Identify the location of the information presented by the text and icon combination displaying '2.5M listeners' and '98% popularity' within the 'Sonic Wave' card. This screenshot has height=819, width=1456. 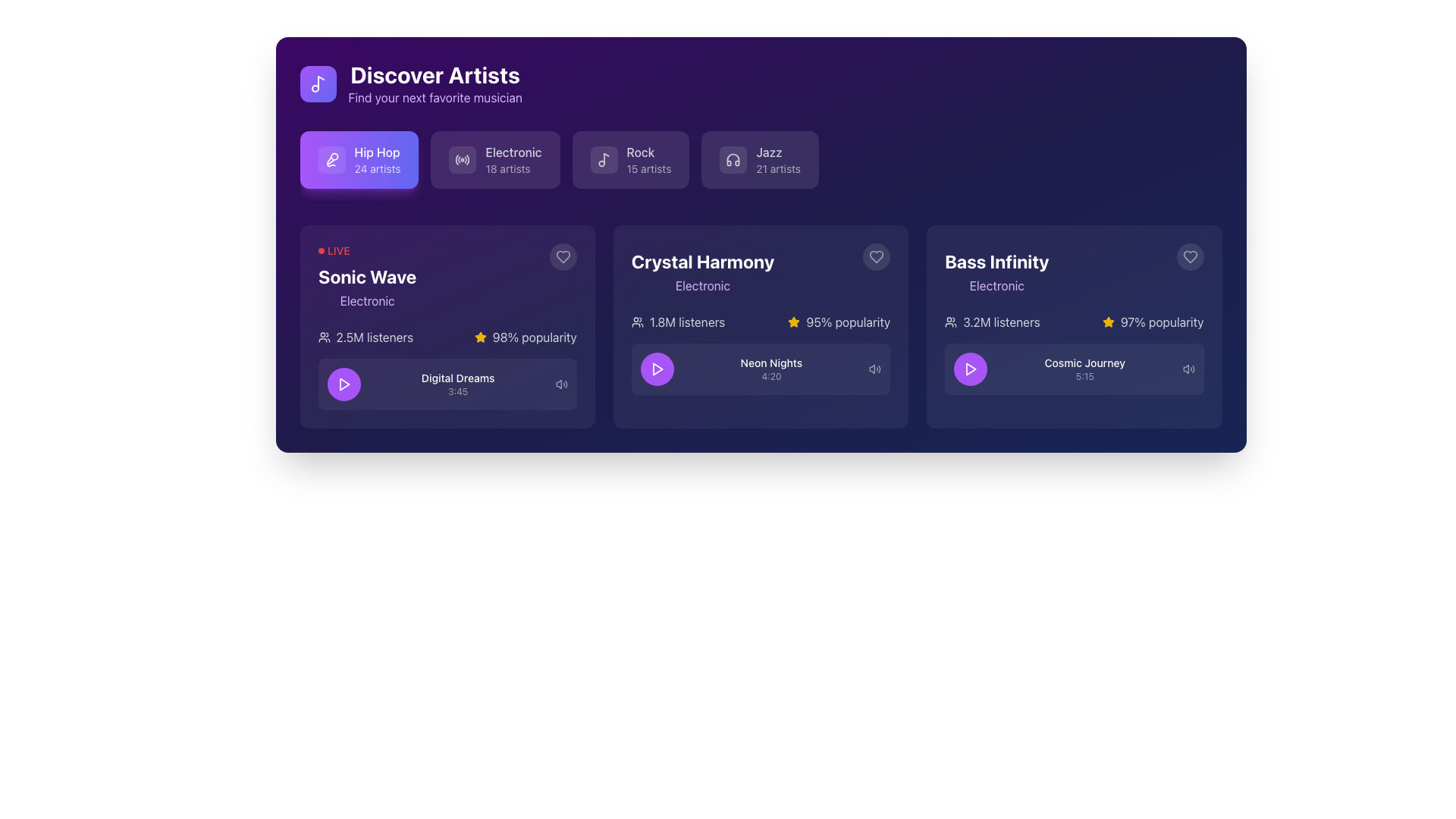
(447, 336).